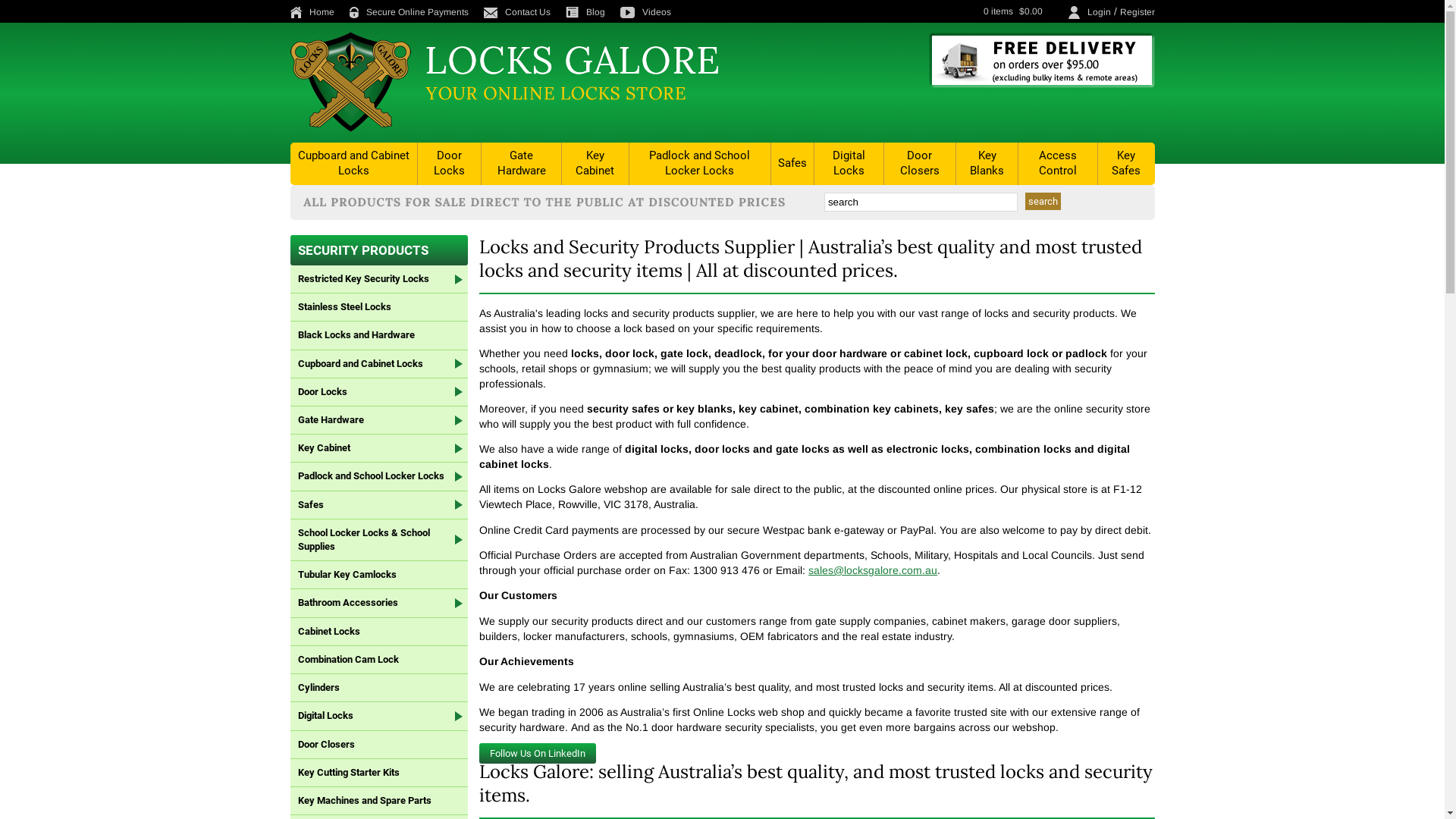 This screenshot has width=1456, height=819. What do you see at coordinates (378, 800) in the screenshot?
I see `'Key Machines and Spare Parts'` at bounding box center [378, 800].